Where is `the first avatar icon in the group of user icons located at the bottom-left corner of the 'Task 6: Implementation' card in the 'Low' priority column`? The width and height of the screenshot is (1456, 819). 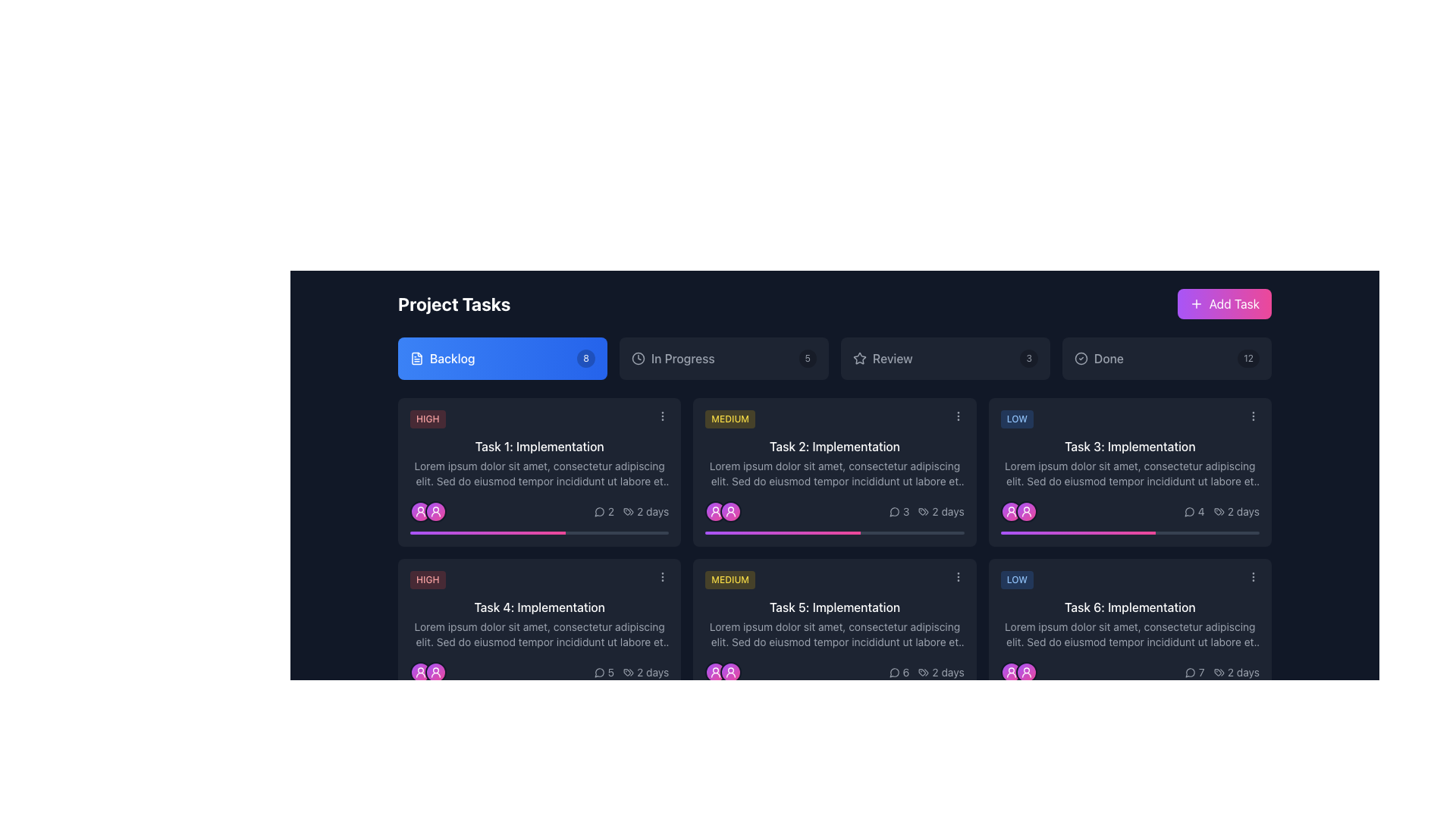 the first avatar icon in the group of user icons located at the bottom-left corner of the 'Task 6: Implementation' card in the 'Low' priority column is located at coordinates (1011, 672).